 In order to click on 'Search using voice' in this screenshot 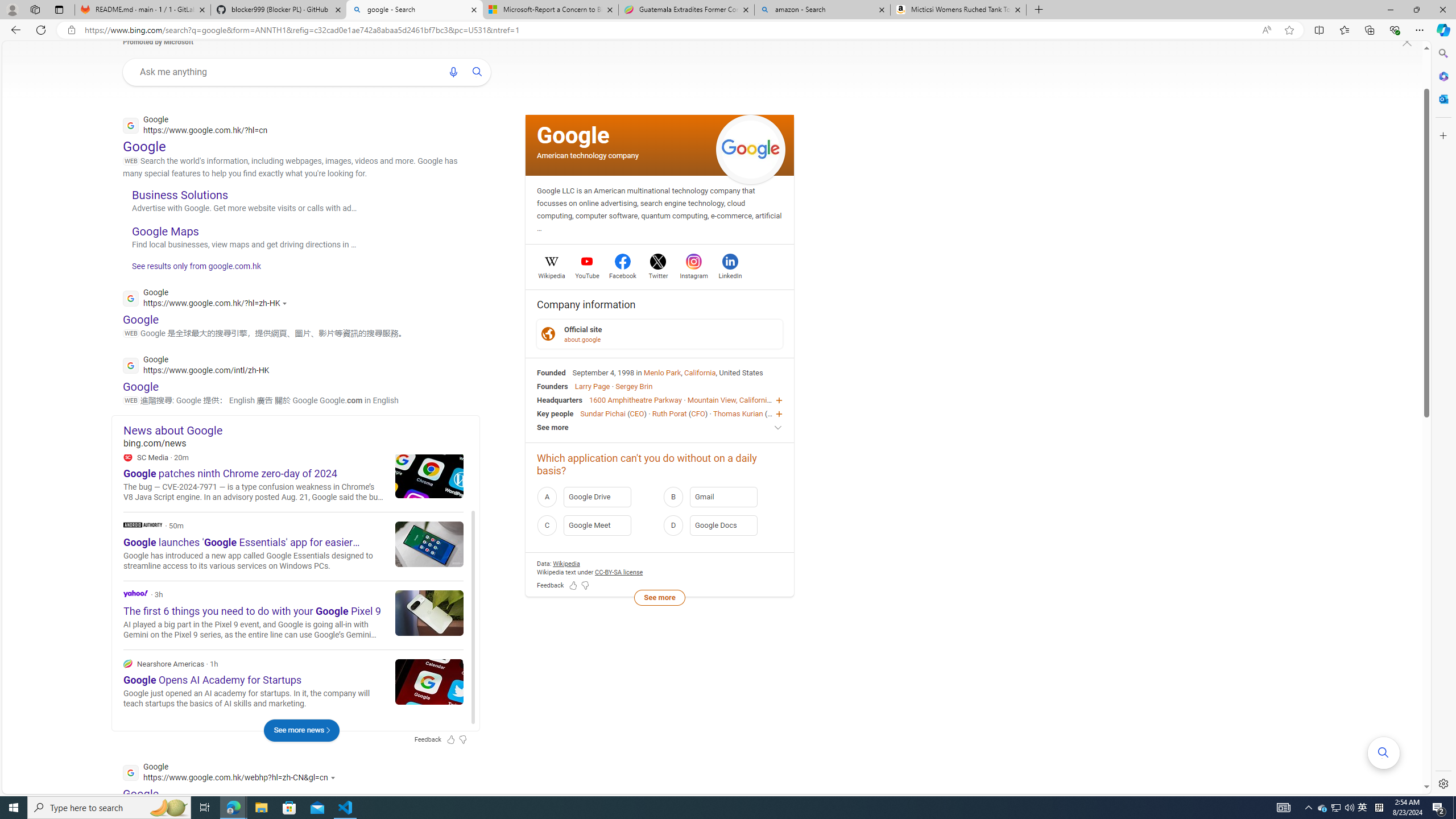, I will do `click(452, 72)`.